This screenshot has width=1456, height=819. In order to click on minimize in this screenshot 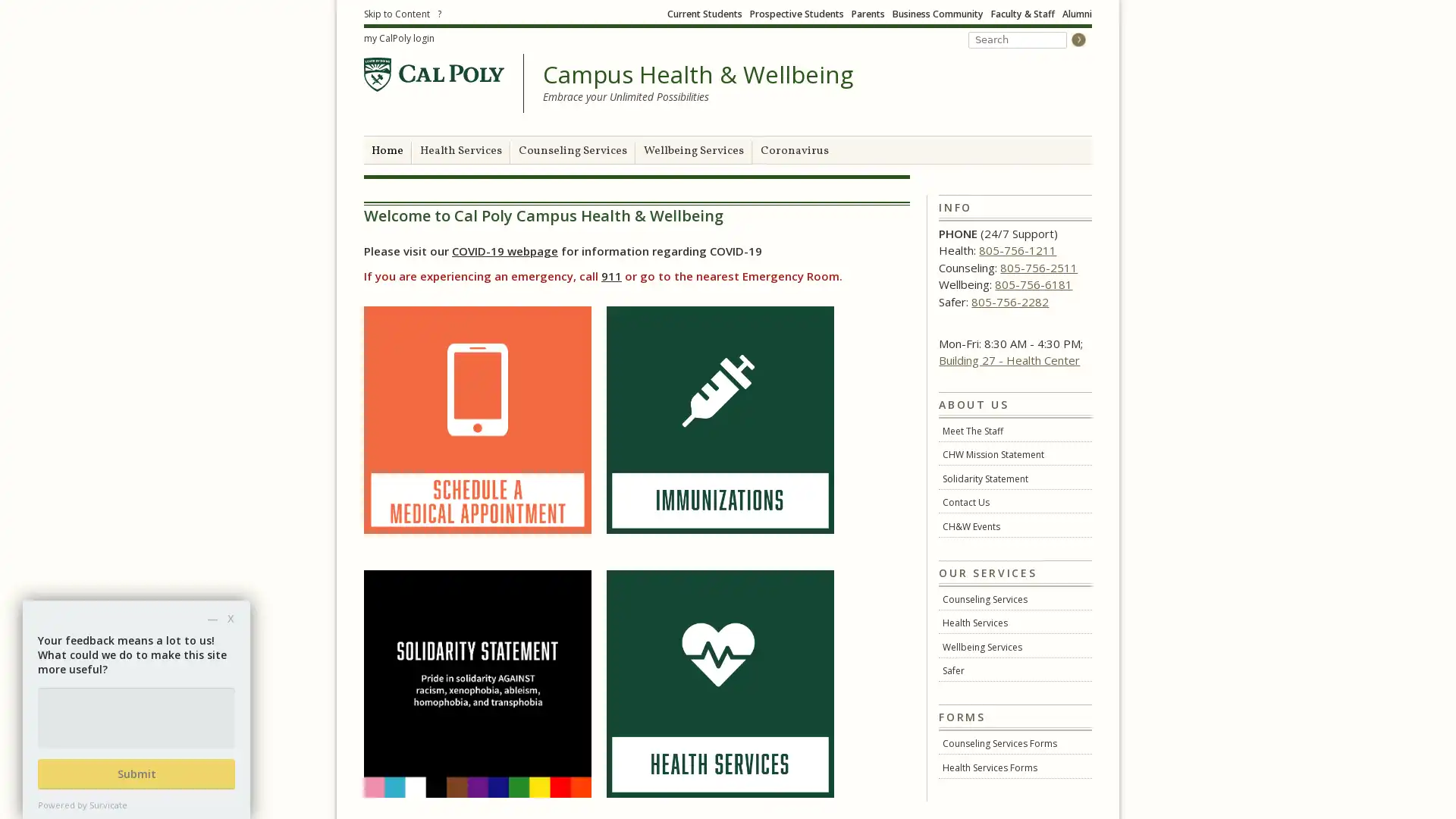, I will do `click(212, 618)`.